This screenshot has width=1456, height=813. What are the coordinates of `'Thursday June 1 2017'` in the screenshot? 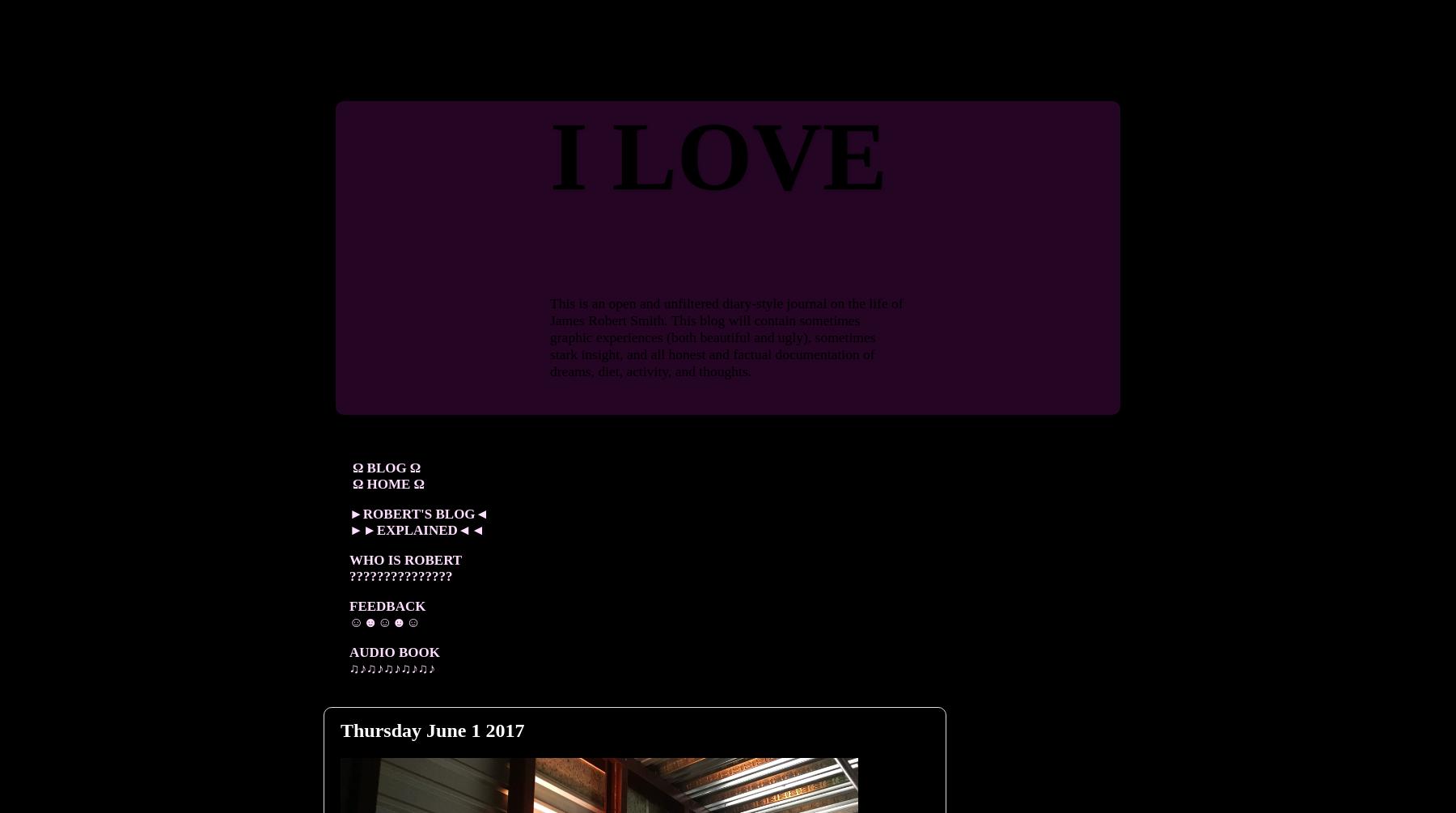 It's located at (431, 728).